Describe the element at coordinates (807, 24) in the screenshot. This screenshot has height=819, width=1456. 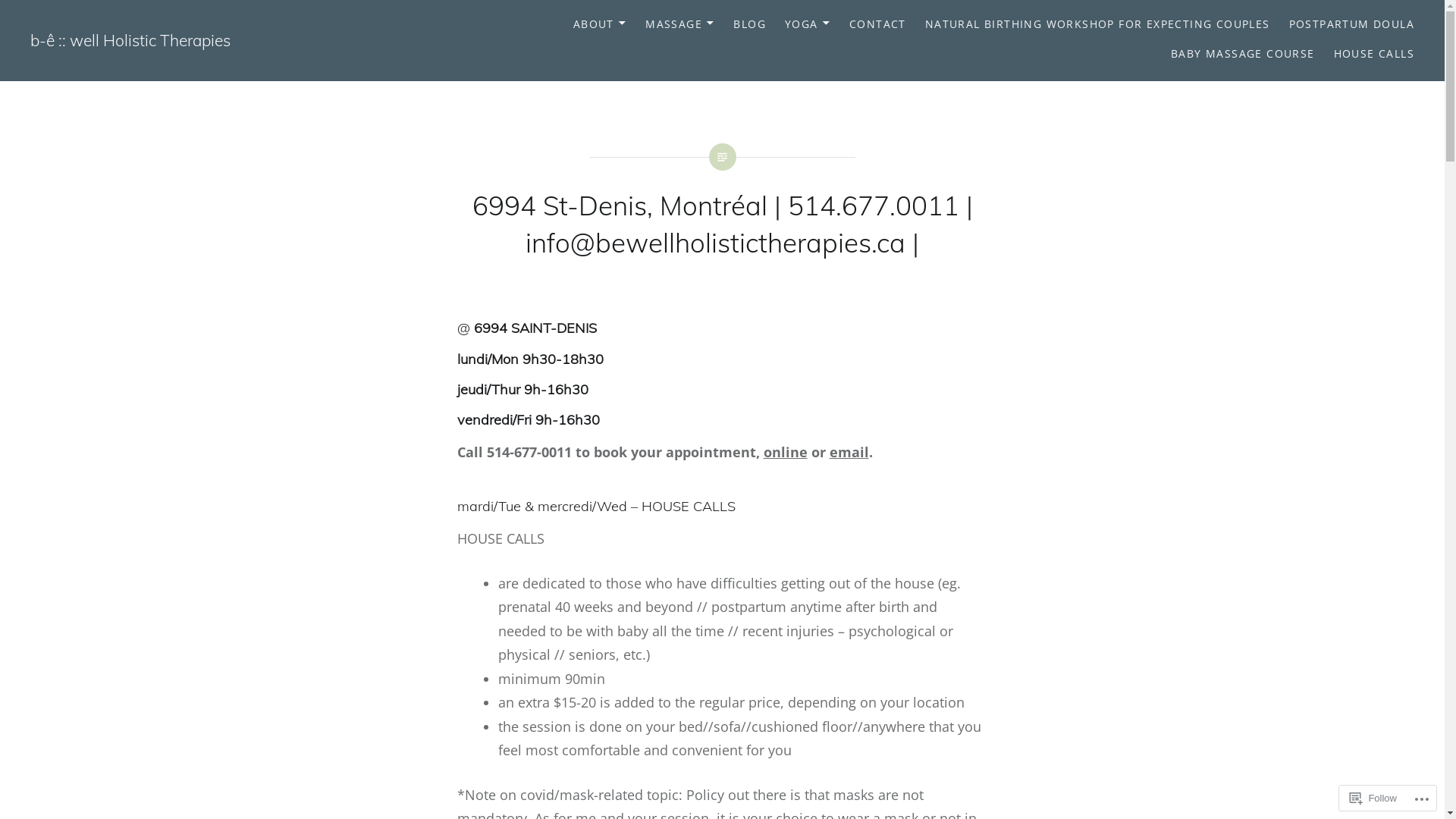
I see `'YOGA'` at that location.